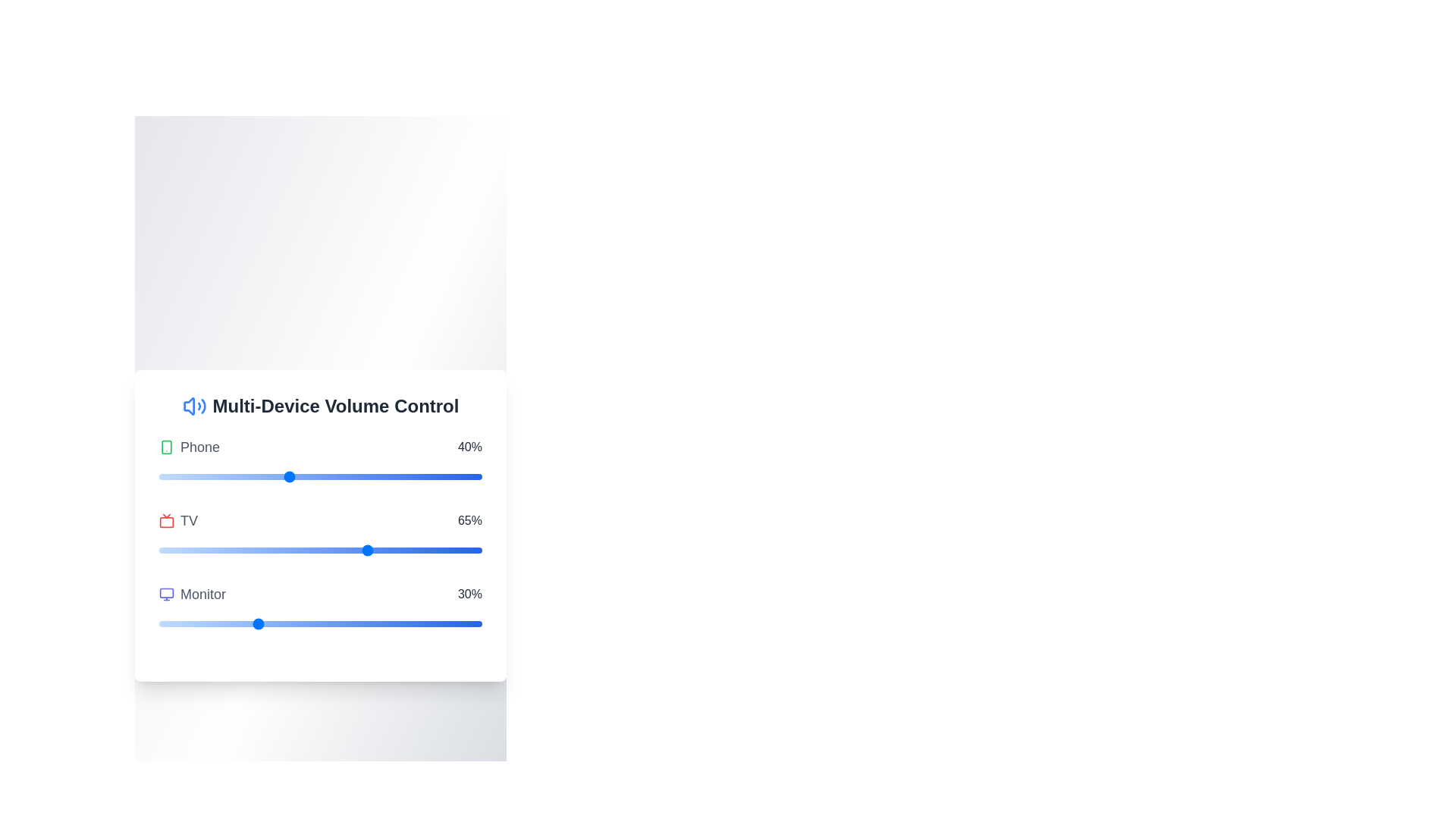 The width and height of the screenshot is (1456, 819). I want to click on the volume for the phone, so click(190, 475).